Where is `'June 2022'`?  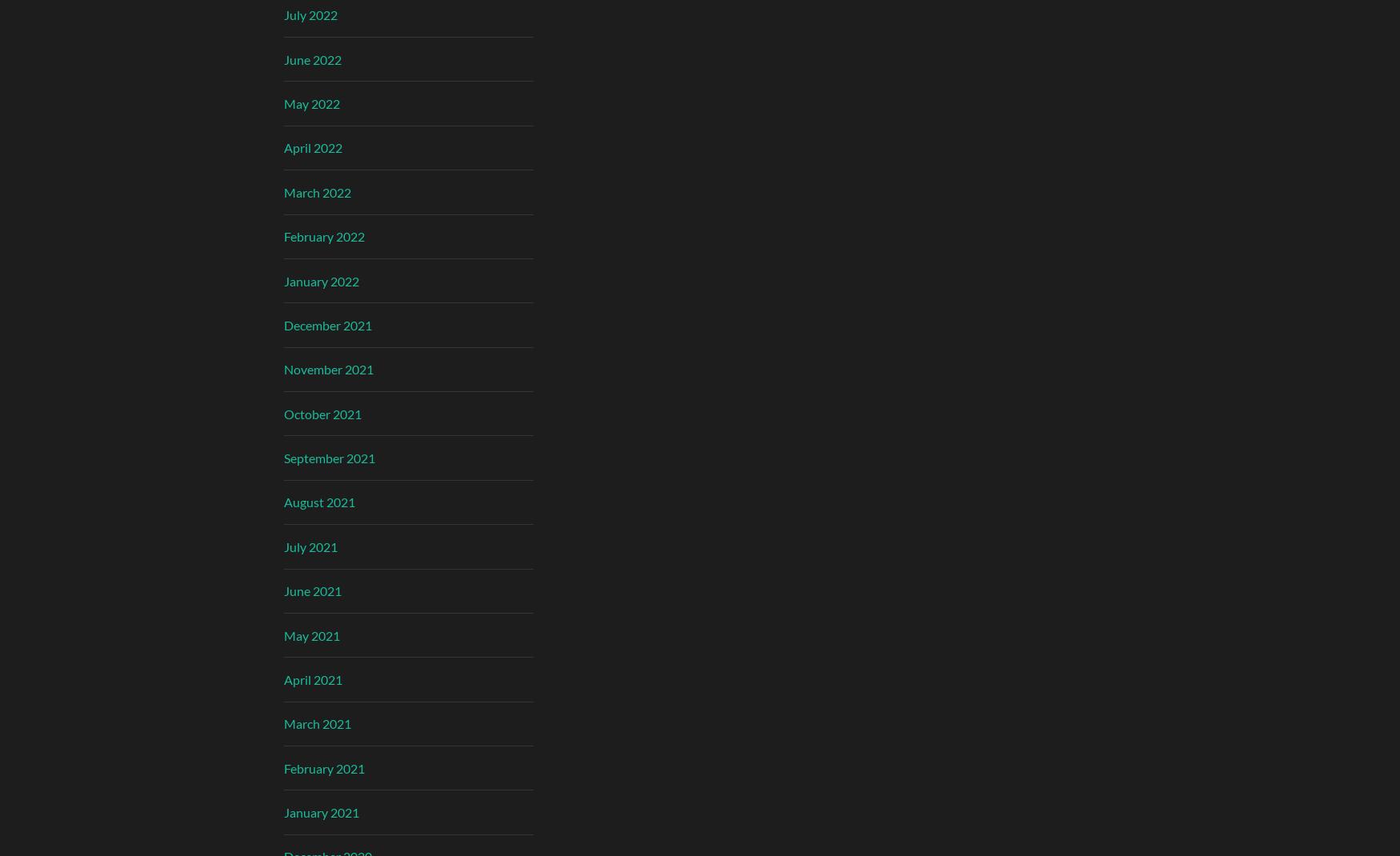 'June 2022' is located at coordinates (311, 58).